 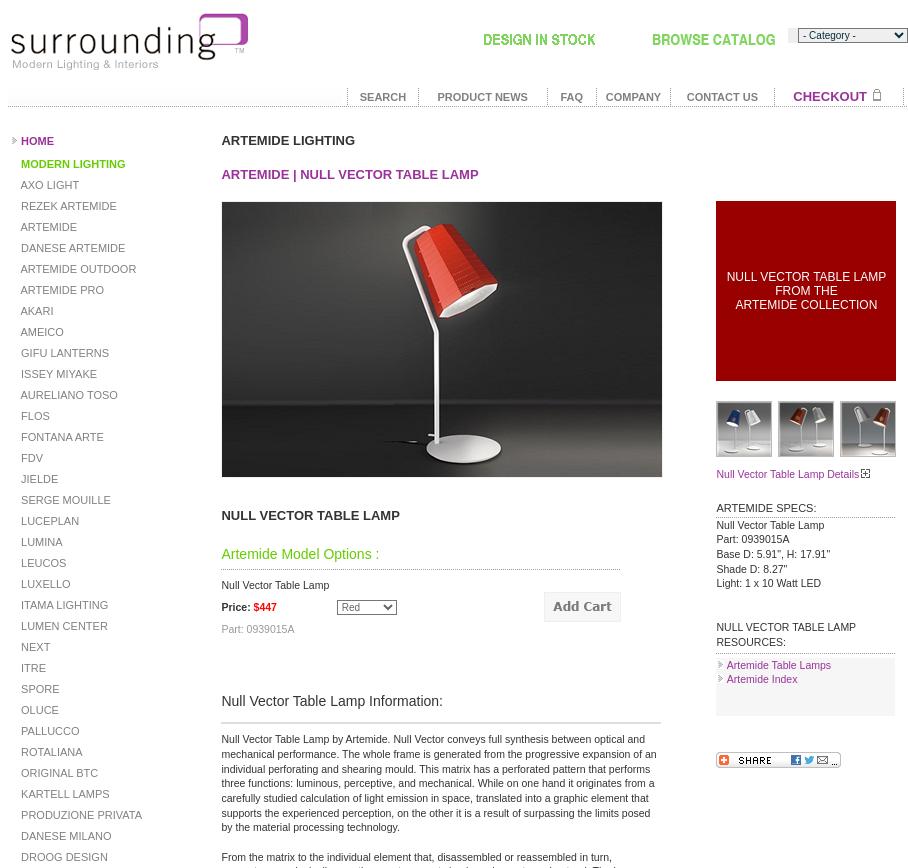 What do you see at coordinates (16, 731) in the screenshot?
I see `'PALLUCCO'` at bounding box center [16, 731].